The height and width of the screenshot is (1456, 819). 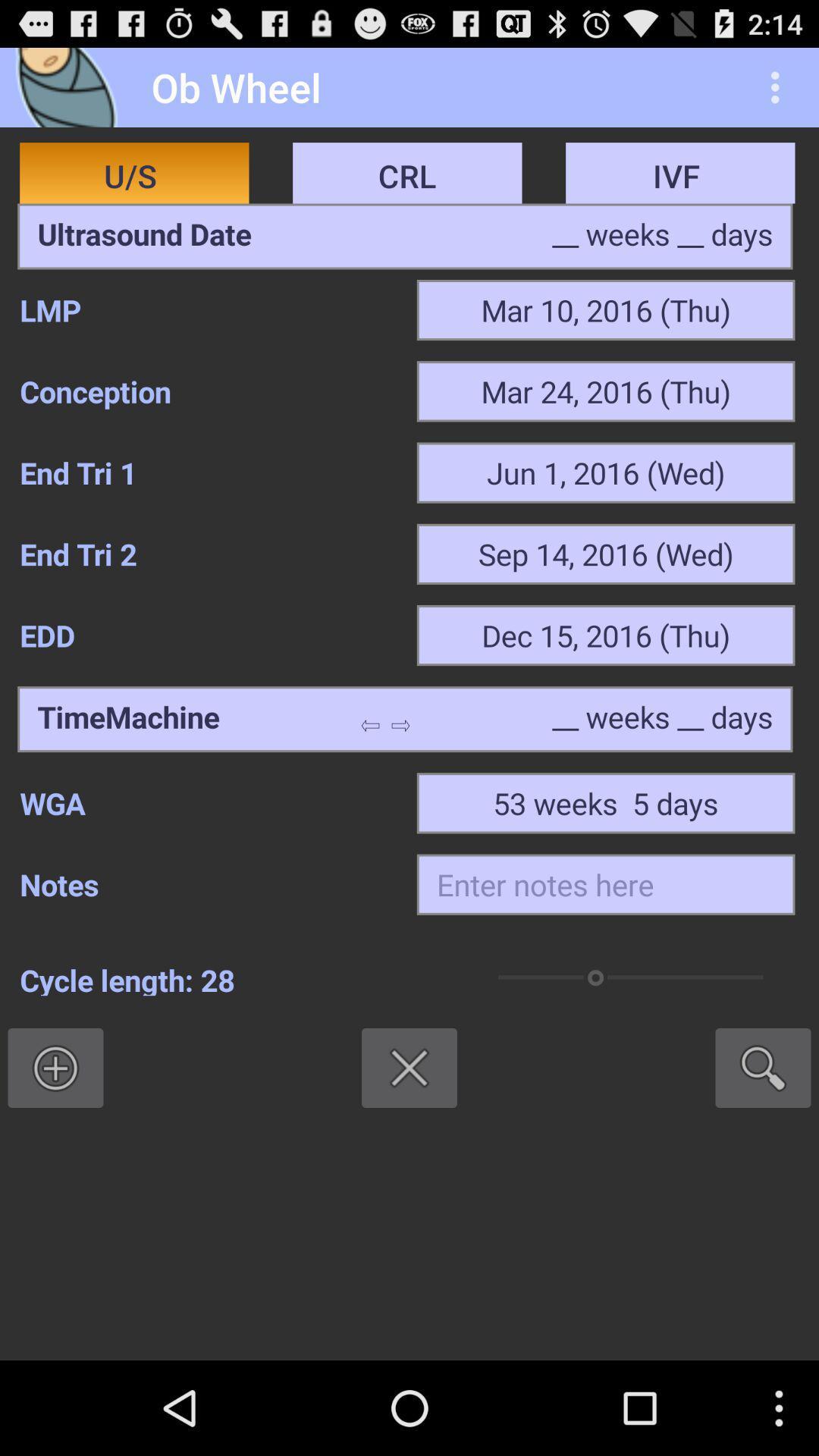 What do you see at coordinates (763, 1067) in the screenshot?
I see `the item next to cycle length: 28 item` at bounding box center [763, 1067].